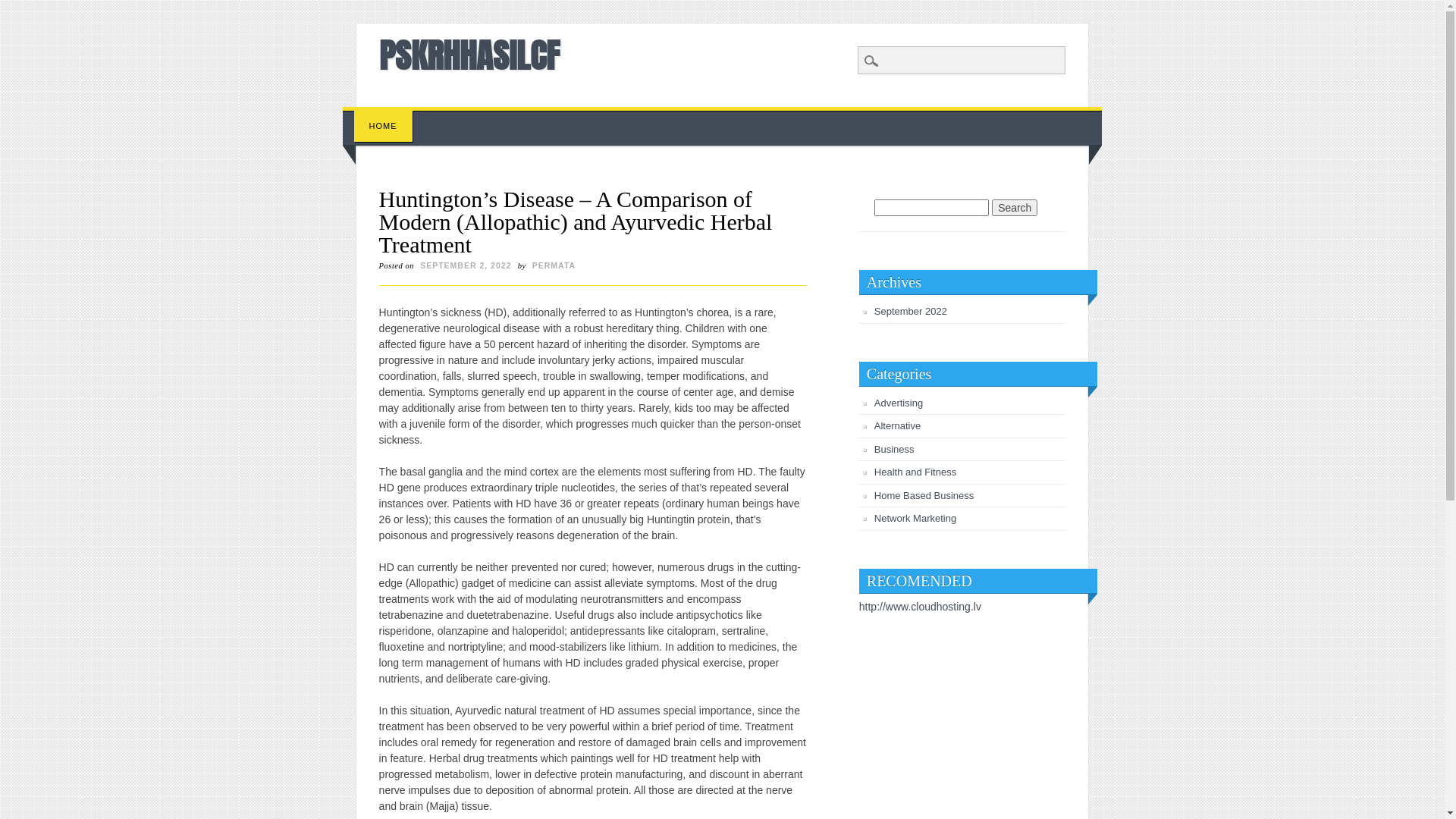 This screenshot has height=819, width=1456. Describe the element at coordinates (383, 125) in the screenshot. I see `'HOME'` at that location.